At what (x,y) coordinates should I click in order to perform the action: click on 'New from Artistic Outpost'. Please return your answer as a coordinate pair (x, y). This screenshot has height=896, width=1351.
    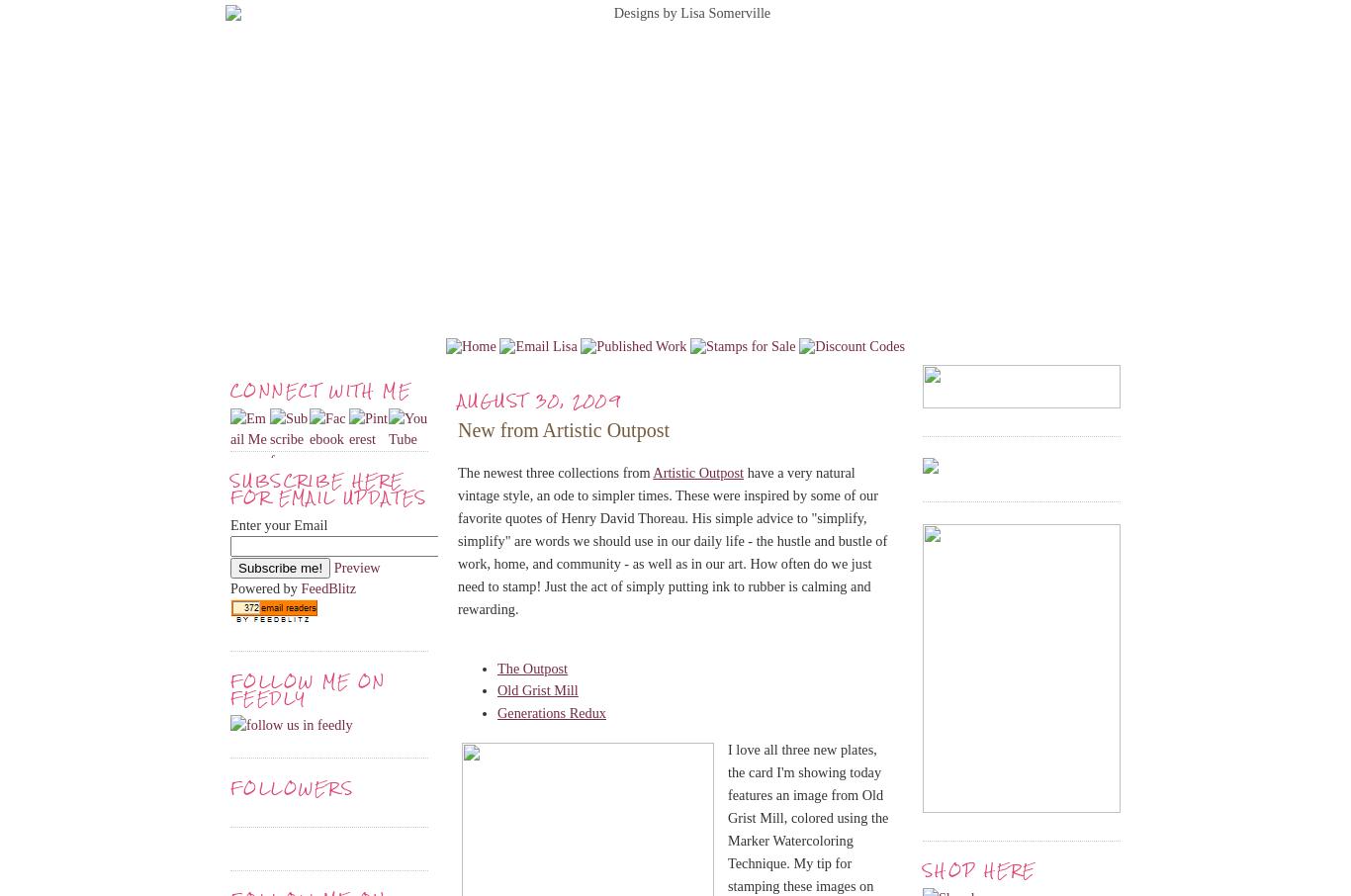
    Looking at the image, I should click on (563, 428).